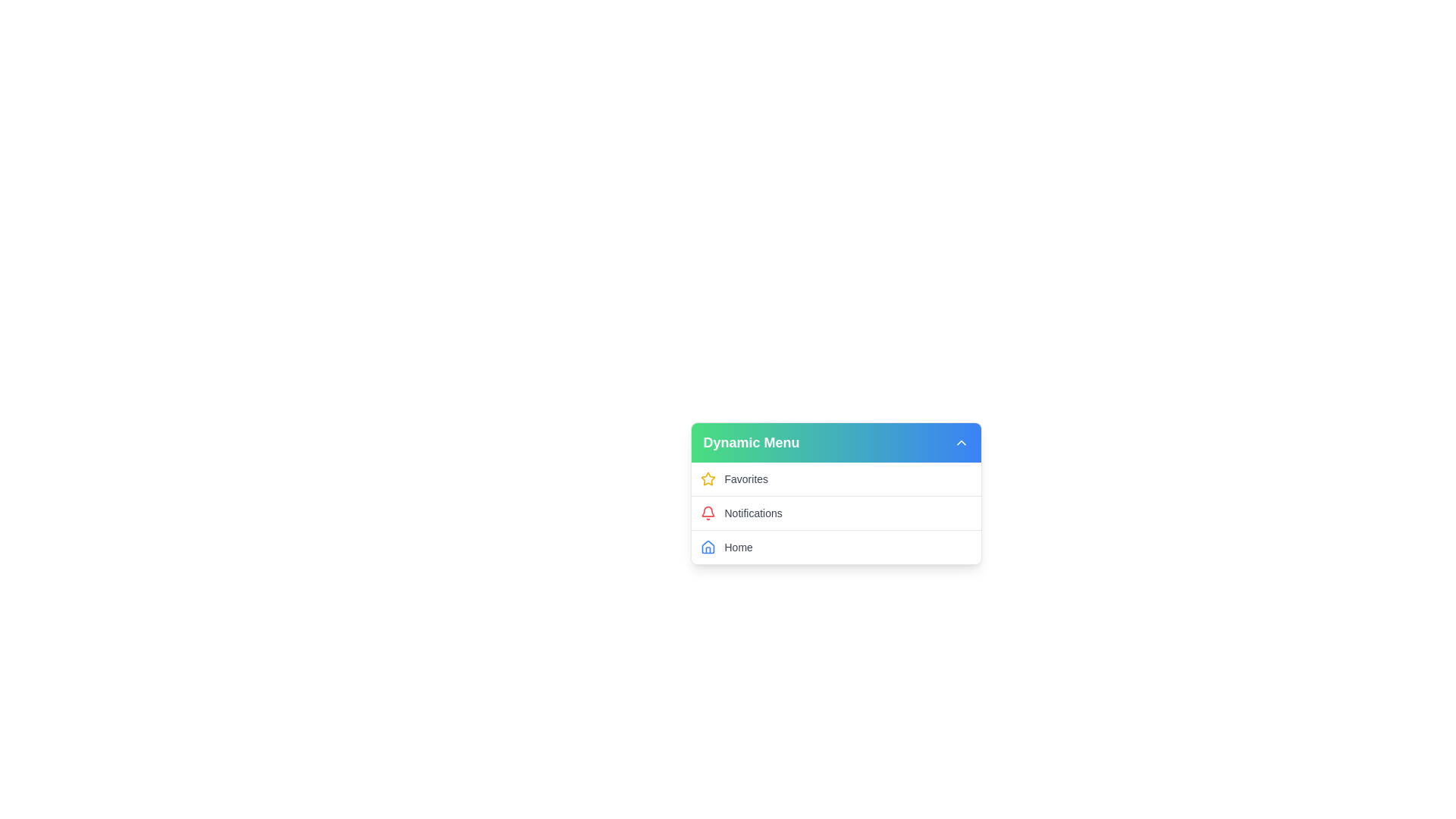  What do you see at coordinates (835, 479) in the screenshot?
I see `the menu item Favorites to trigger its hover effect` at bounding box center [835, 479].